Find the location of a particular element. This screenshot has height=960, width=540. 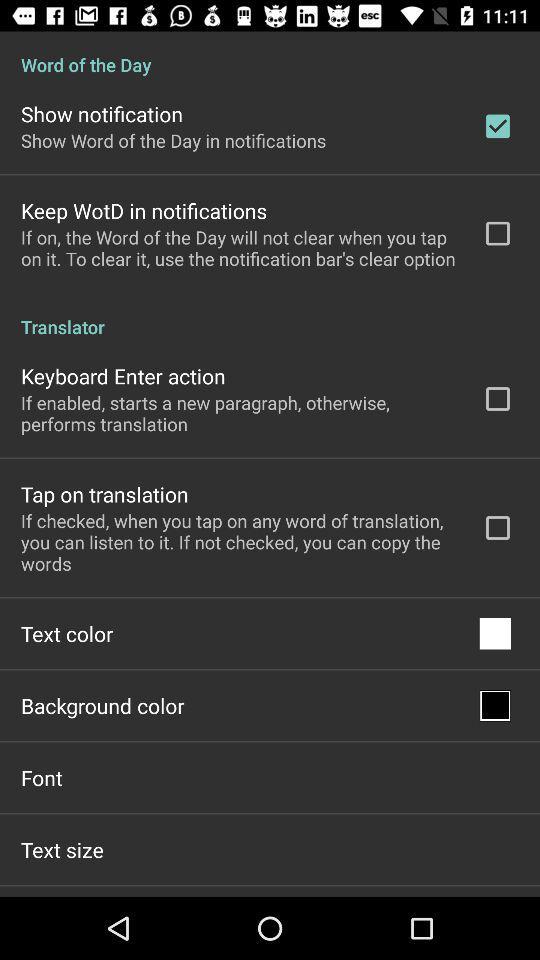

keep wotd in icon is located at coordinates (143, 210).